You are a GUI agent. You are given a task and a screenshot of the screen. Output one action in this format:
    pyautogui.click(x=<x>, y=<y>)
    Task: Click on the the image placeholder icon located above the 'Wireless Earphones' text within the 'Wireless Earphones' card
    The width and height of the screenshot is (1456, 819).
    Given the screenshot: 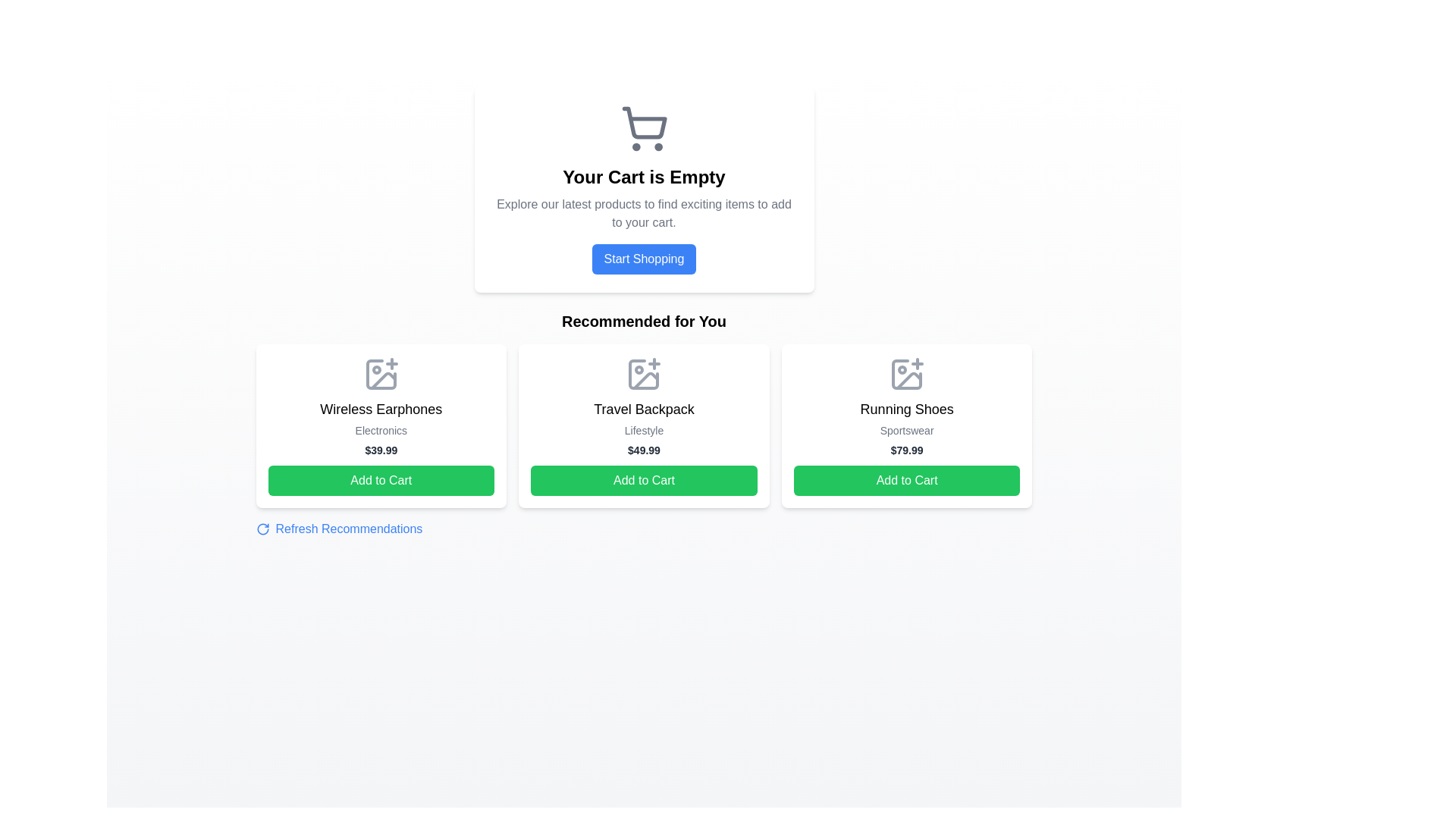 What is the action you would take?
    pyautogui.click(x=381, y=374)
    